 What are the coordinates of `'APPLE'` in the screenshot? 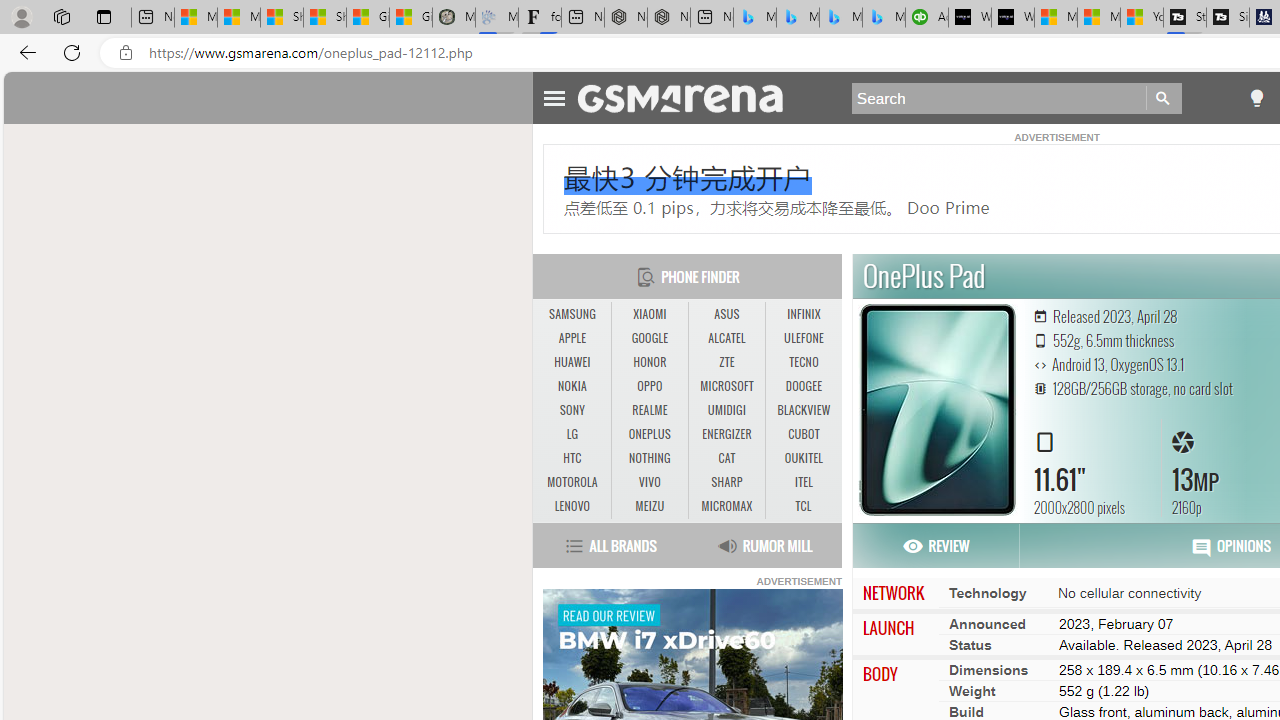 It's located at (571, 337).